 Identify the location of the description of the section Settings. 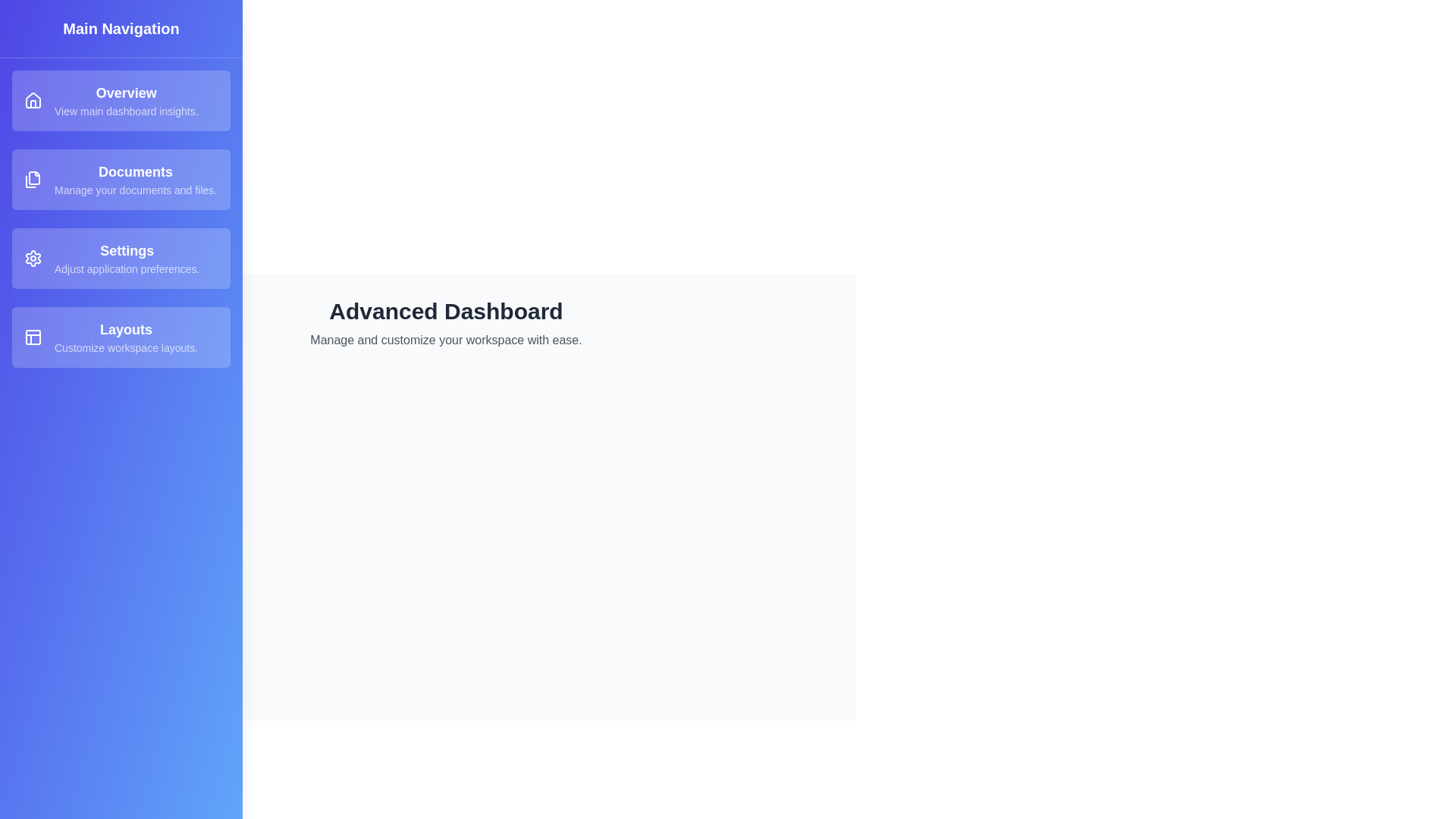
(120, 257).